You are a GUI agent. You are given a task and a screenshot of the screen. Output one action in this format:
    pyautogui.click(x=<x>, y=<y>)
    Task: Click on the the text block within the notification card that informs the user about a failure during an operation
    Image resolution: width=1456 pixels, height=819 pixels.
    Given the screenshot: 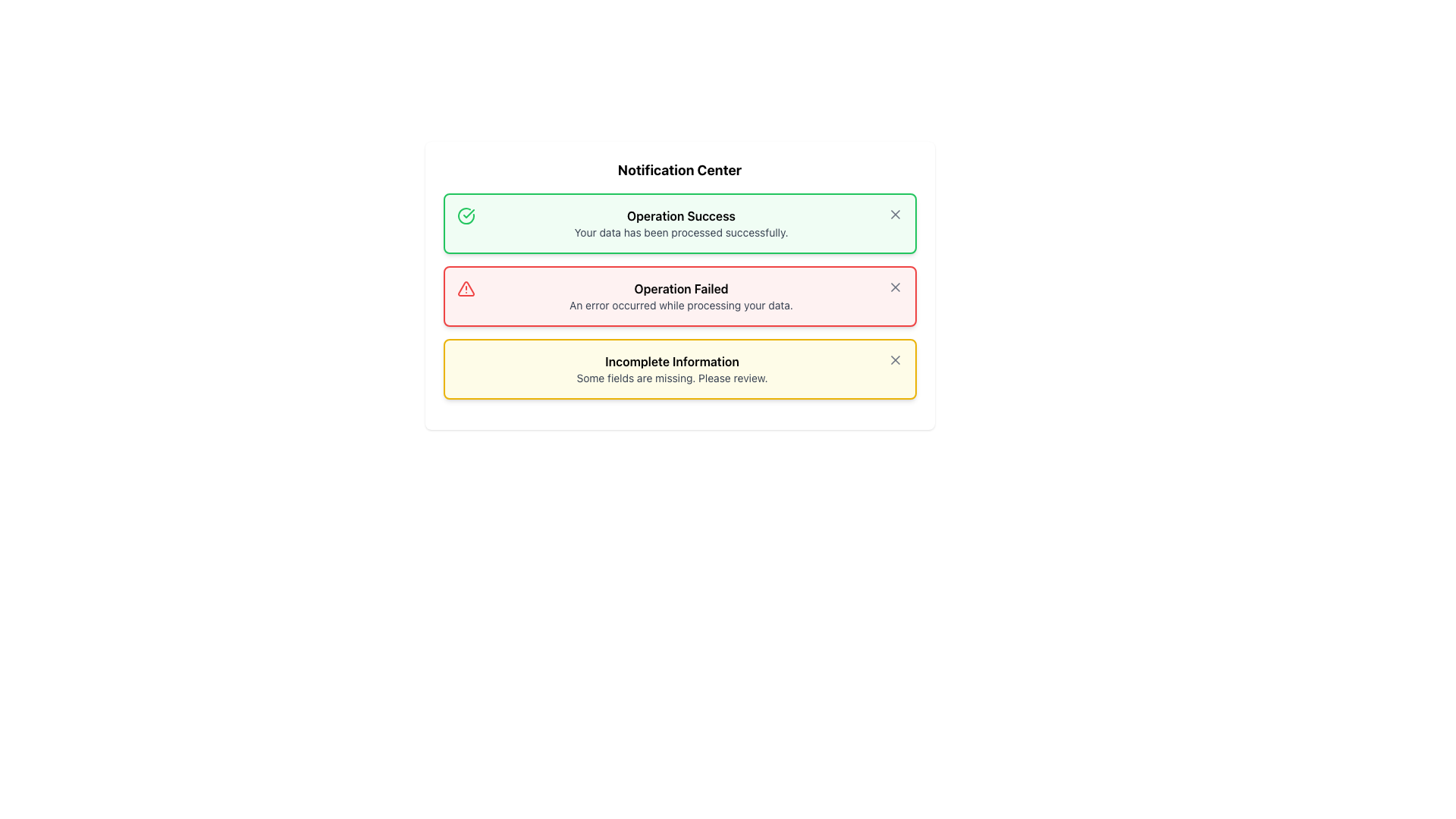 What is the action you would take?
    pyautogui.click(x=680, y=296)
    